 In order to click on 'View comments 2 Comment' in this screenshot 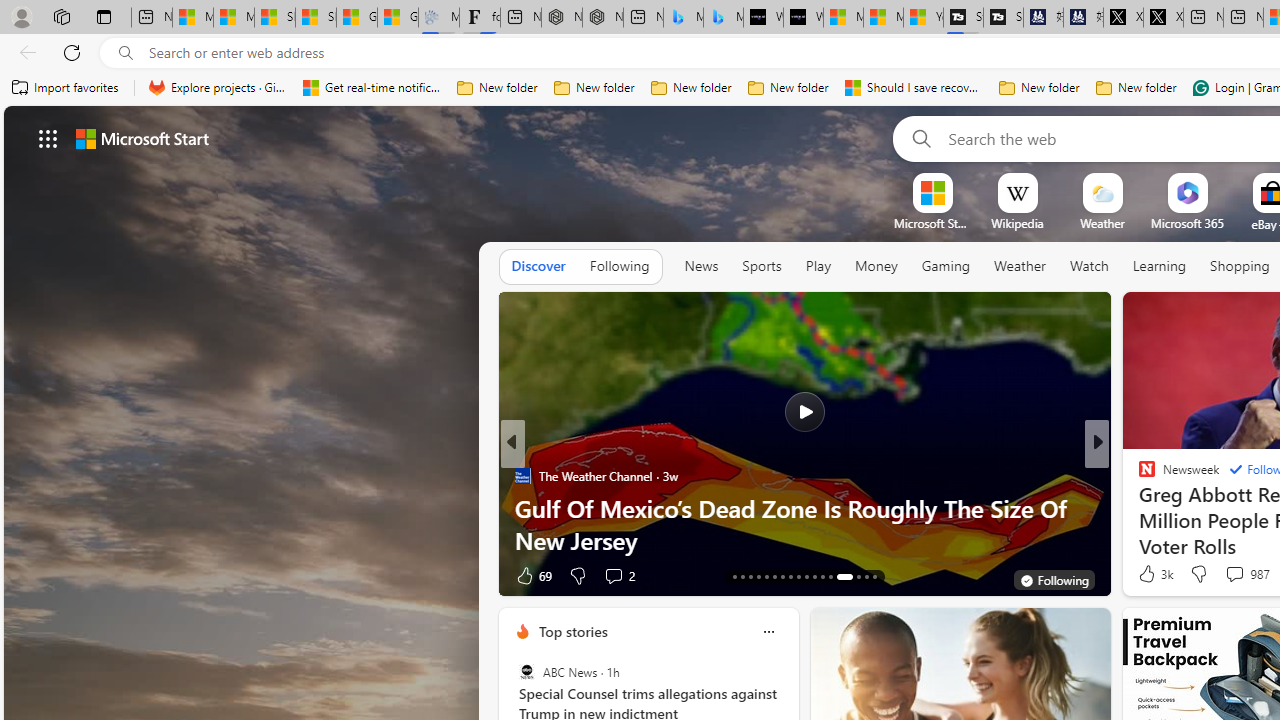, I will do `click(612, 575)`.